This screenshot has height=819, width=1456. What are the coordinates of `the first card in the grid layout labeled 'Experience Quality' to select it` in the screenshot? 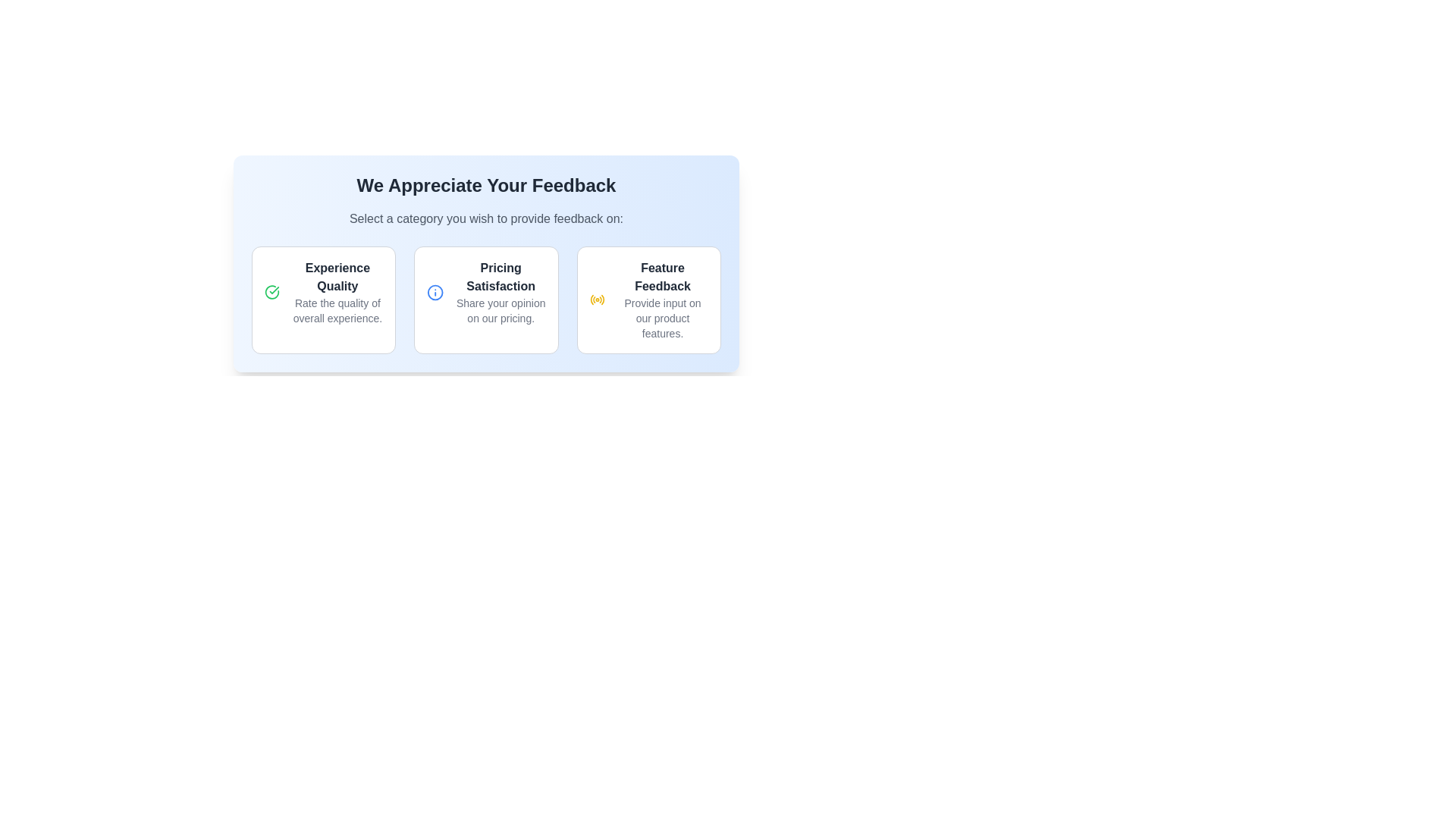 It's located at (323, 300).